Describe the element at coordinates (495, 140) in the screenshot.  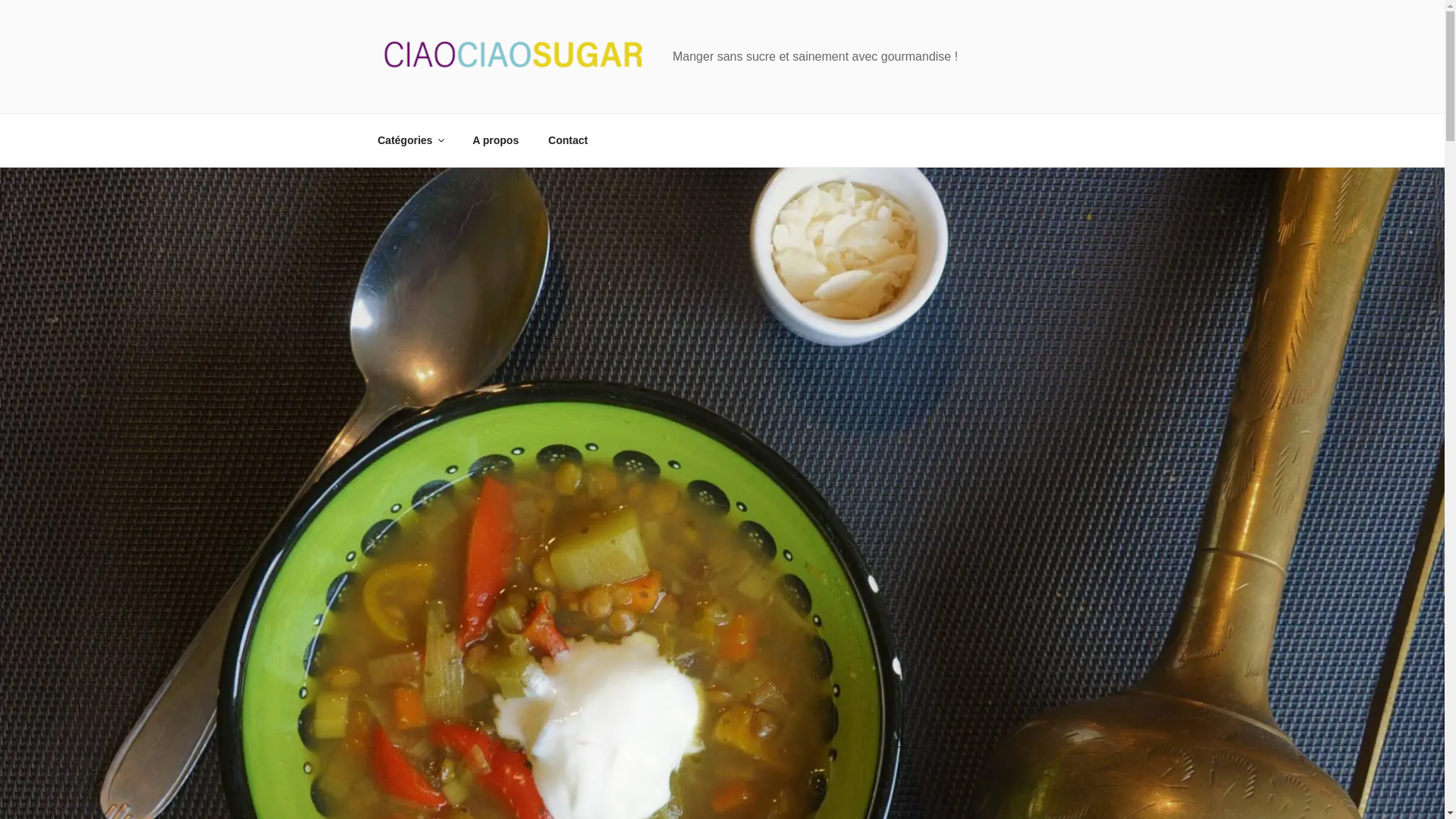
I see `'A propos'` at that location.